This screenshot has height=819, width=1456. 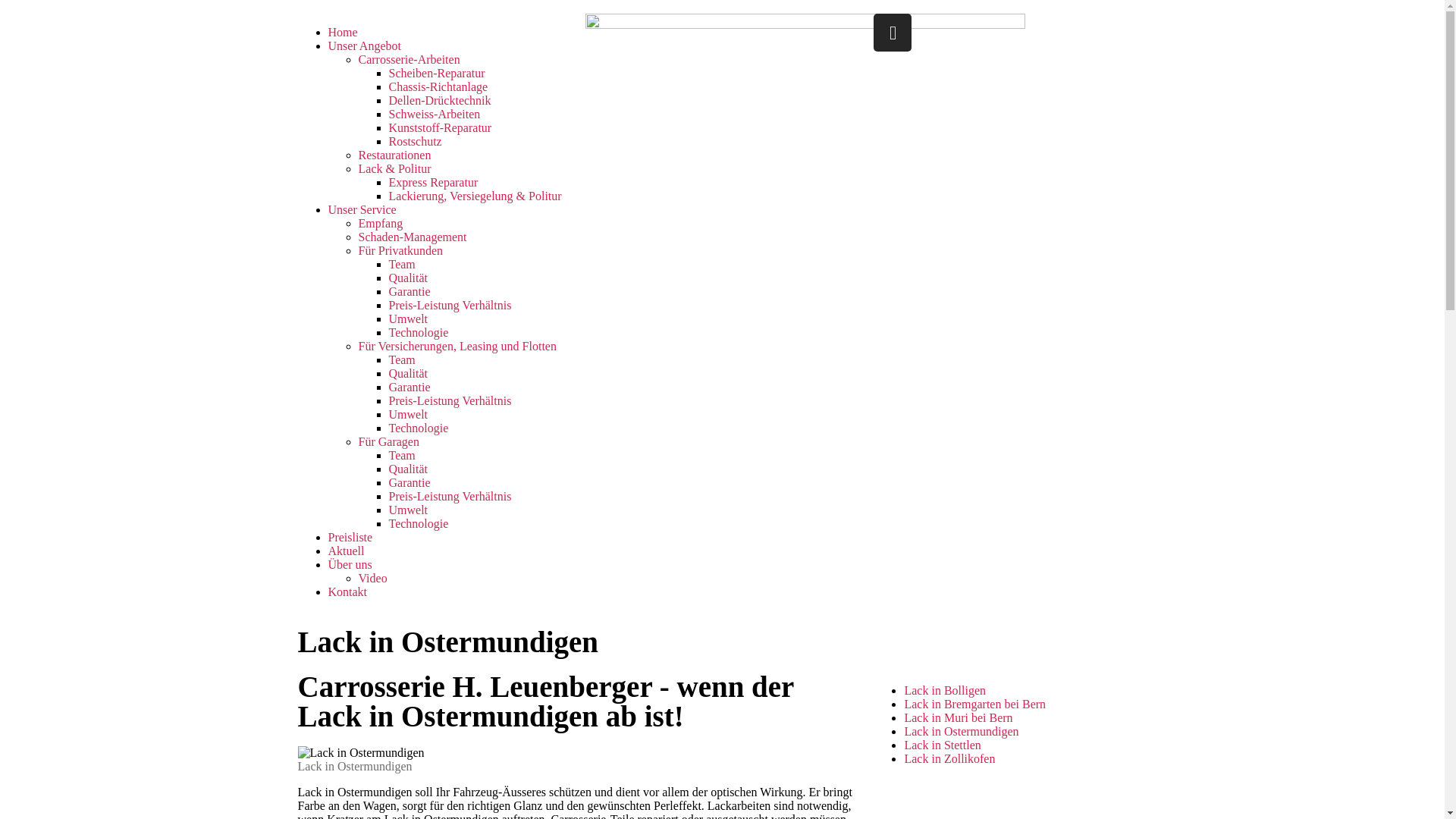 I want to click on 'Aktuell', so click(x=345, y=551).